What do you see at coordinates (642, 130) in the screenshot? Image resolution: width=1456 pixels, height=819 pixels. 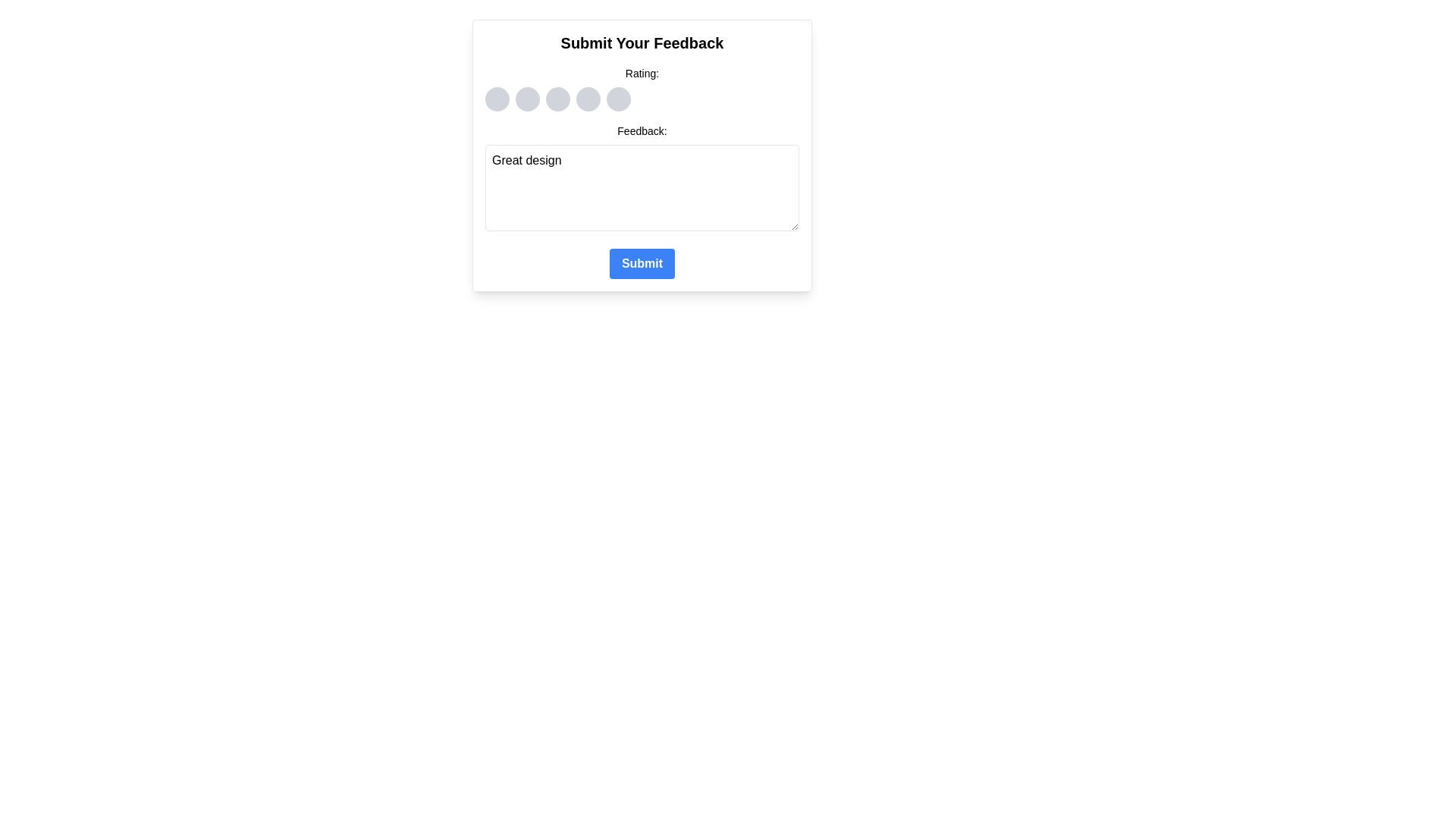 I see `text label displaying 'Feedback:' located above the multi-line text input area` at bounding box center [642, 130].